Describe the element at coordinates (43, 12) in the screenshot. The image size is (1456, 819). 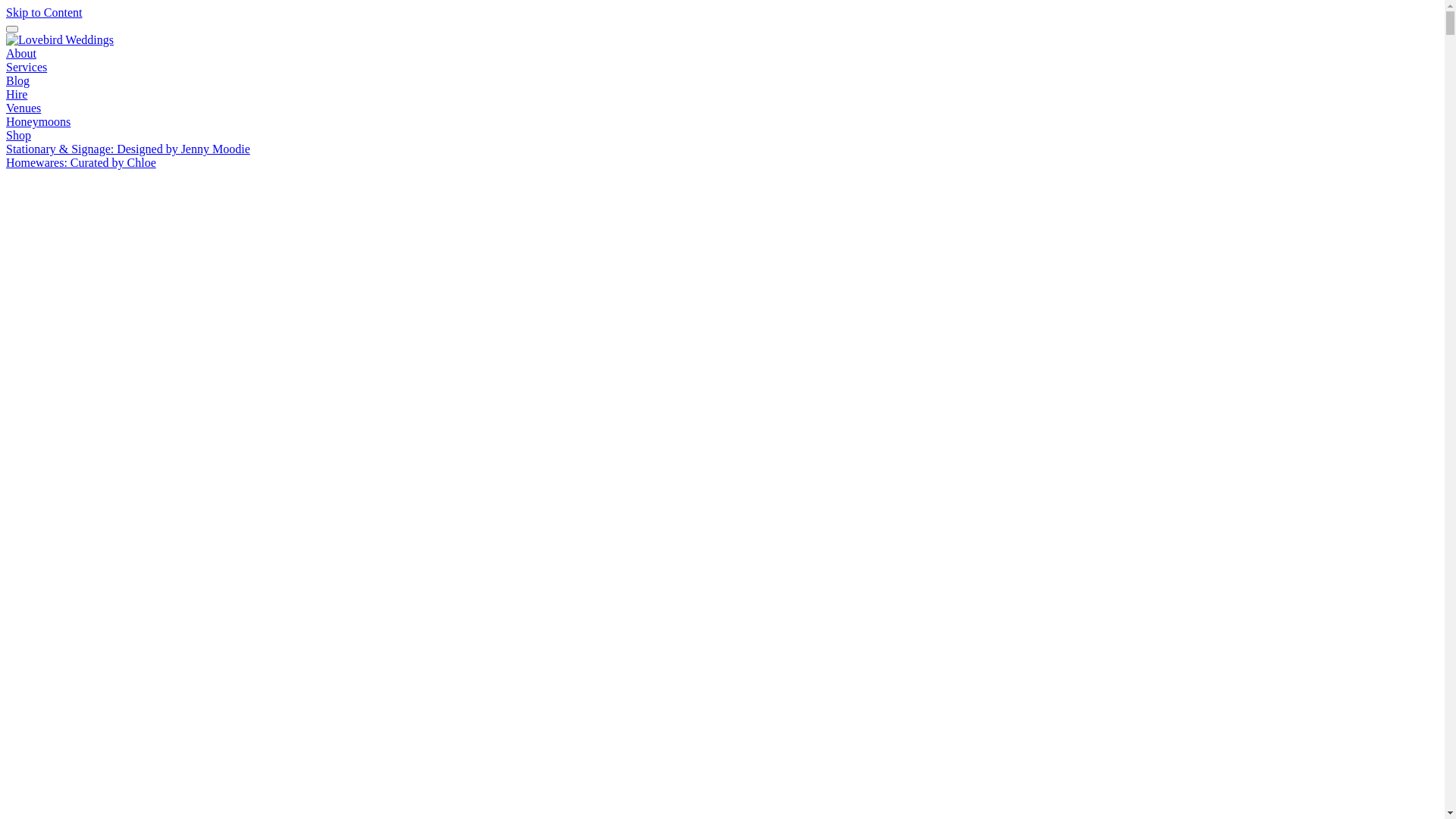
I see `'Skip to Content'` at that location.